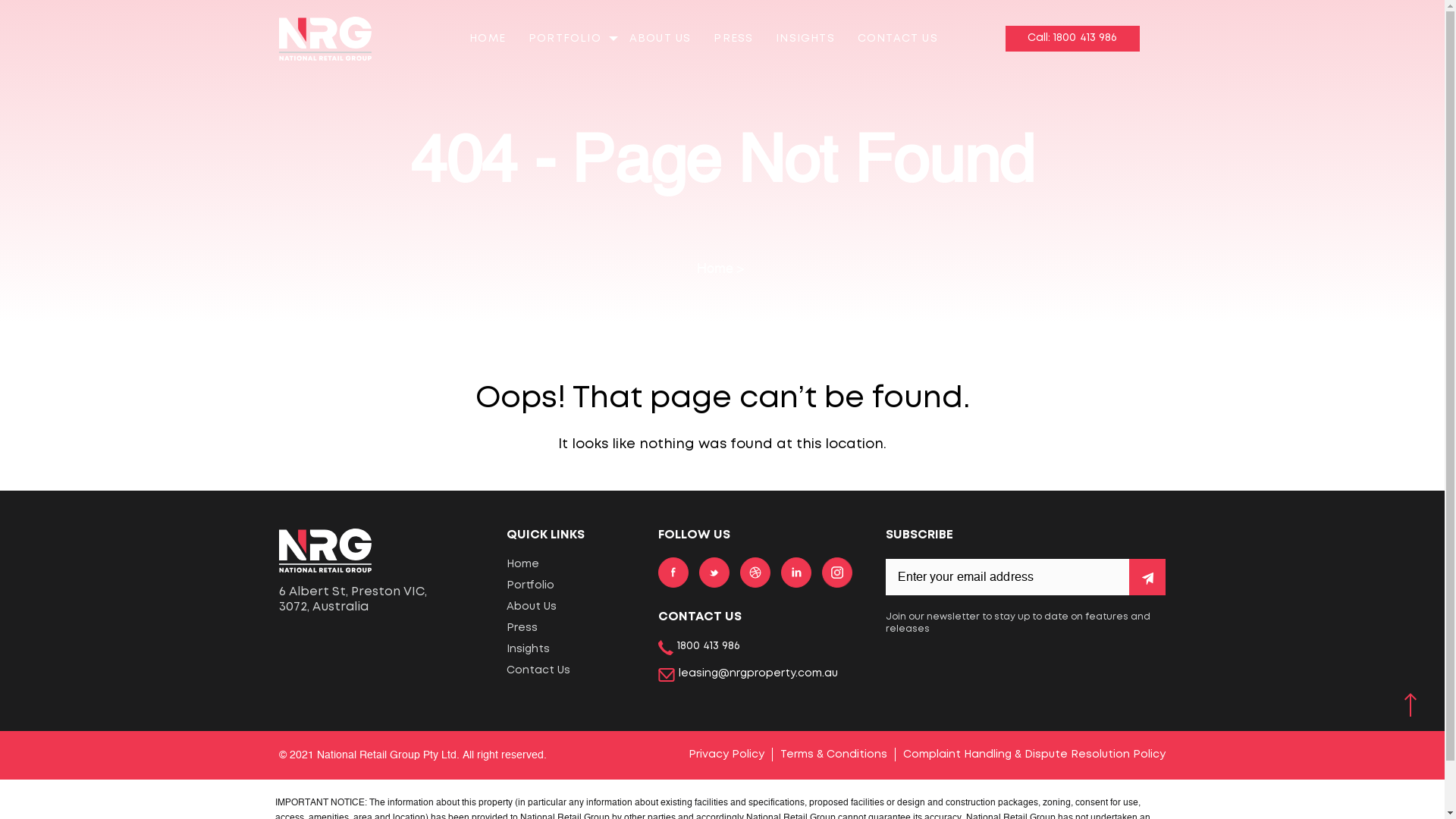 The width and height of the screenshot is (1456, 819). What do you see at coordinates (563, 37) in the screenshot?
I see `'PORTFOLIO'` at bounding box center [563, 37].